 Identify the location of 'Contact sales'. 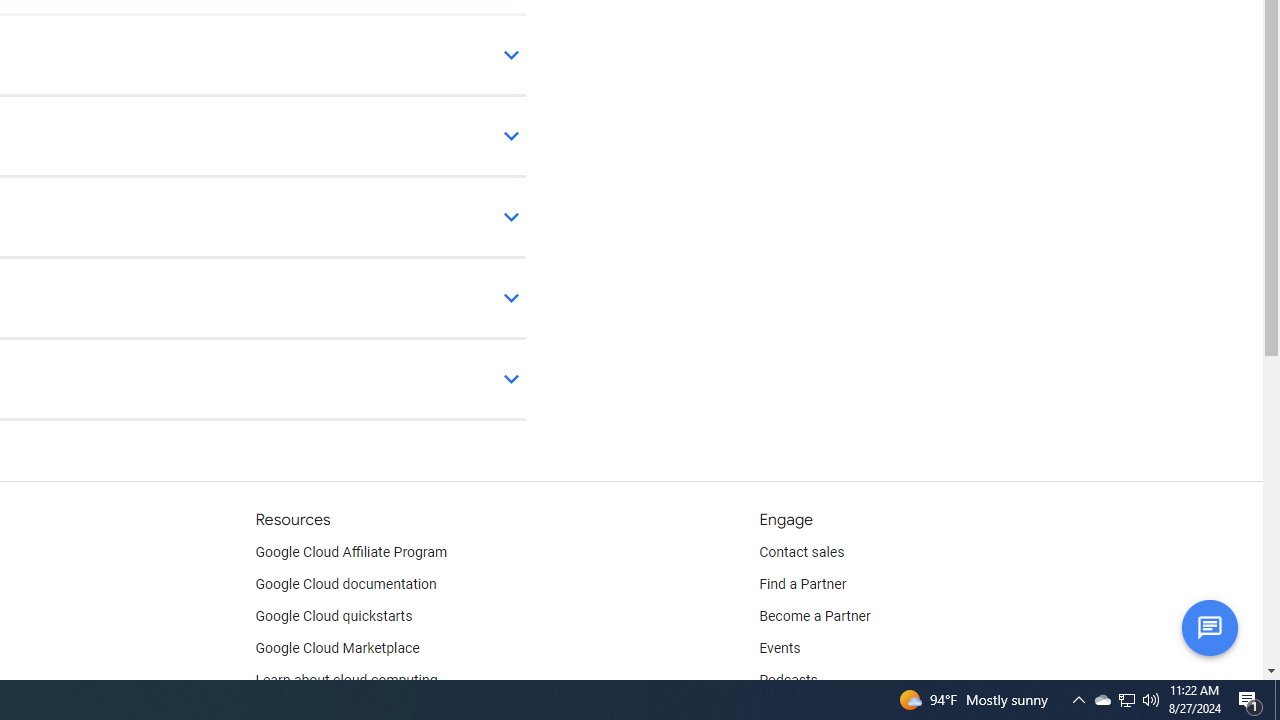
(801, 552).